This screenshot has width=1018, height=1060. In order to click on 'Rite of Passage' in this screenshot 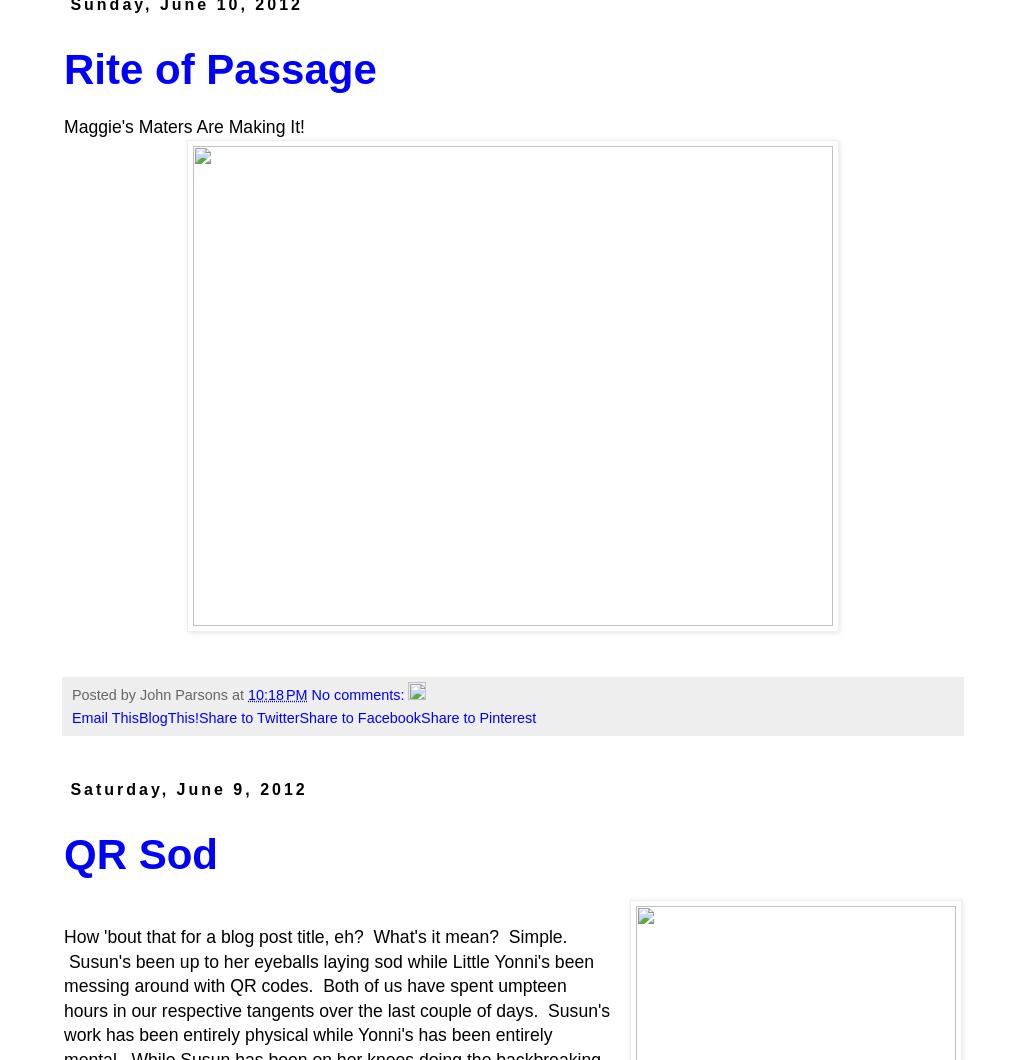, I will do `click(218, 68)`.